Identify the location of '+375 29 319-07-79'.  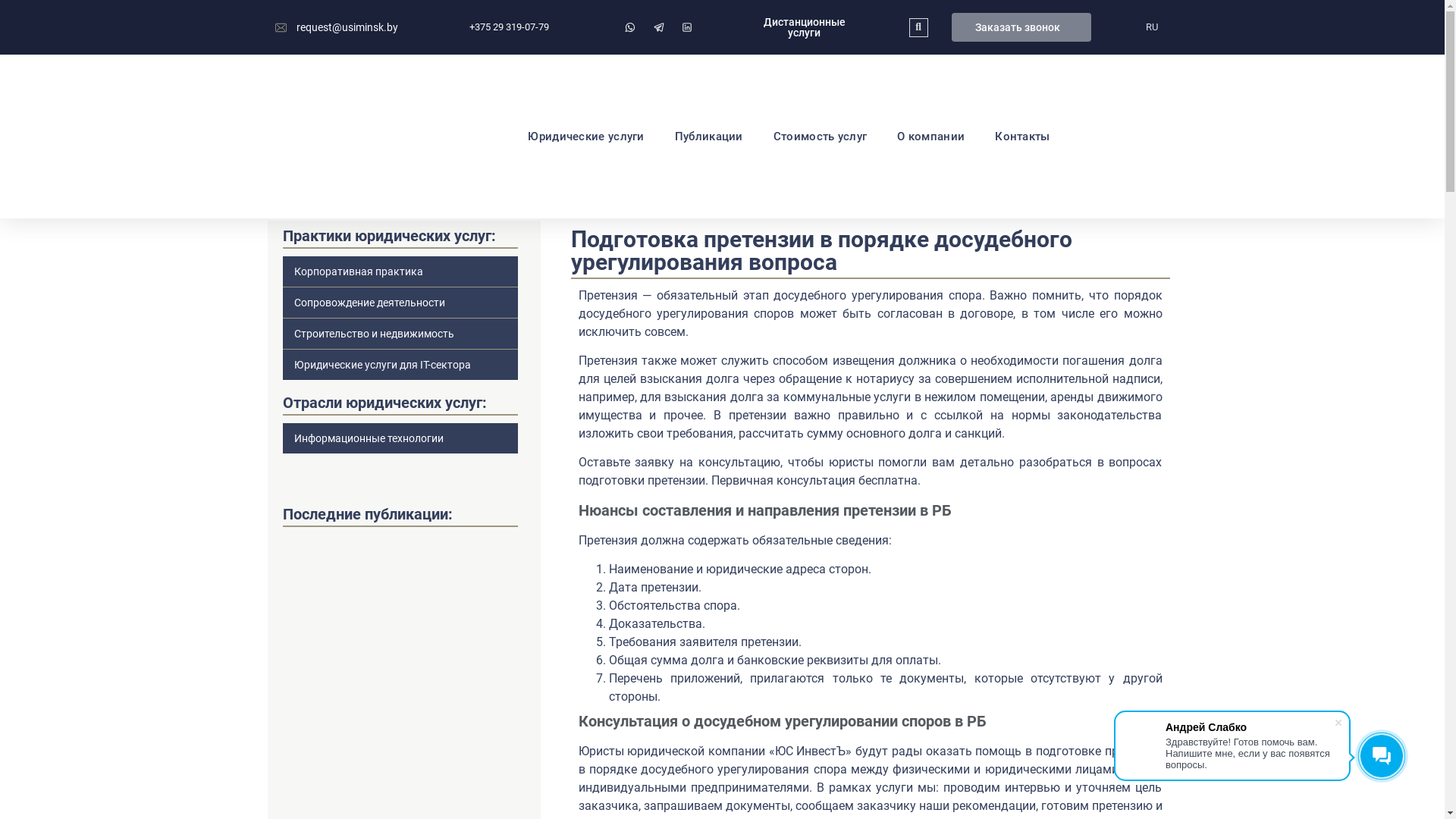
(453, 27).